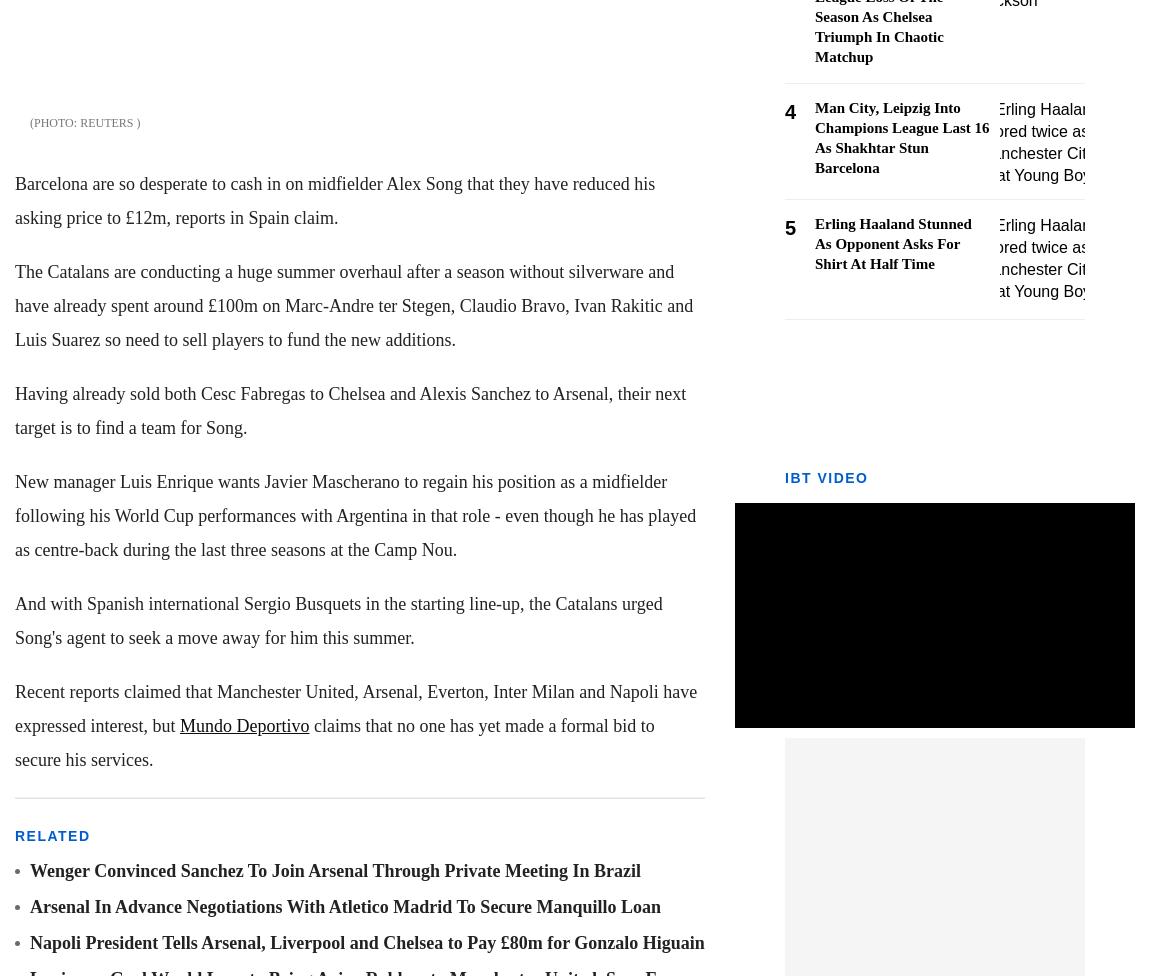 This screenshot has width=1150, height=976. I want to click on 'Having already sold both Cesc Fabregas to Chelsea and Alexis Sanchez to Arsenal, their next target is to find a team for Song.', so click(350, 409).